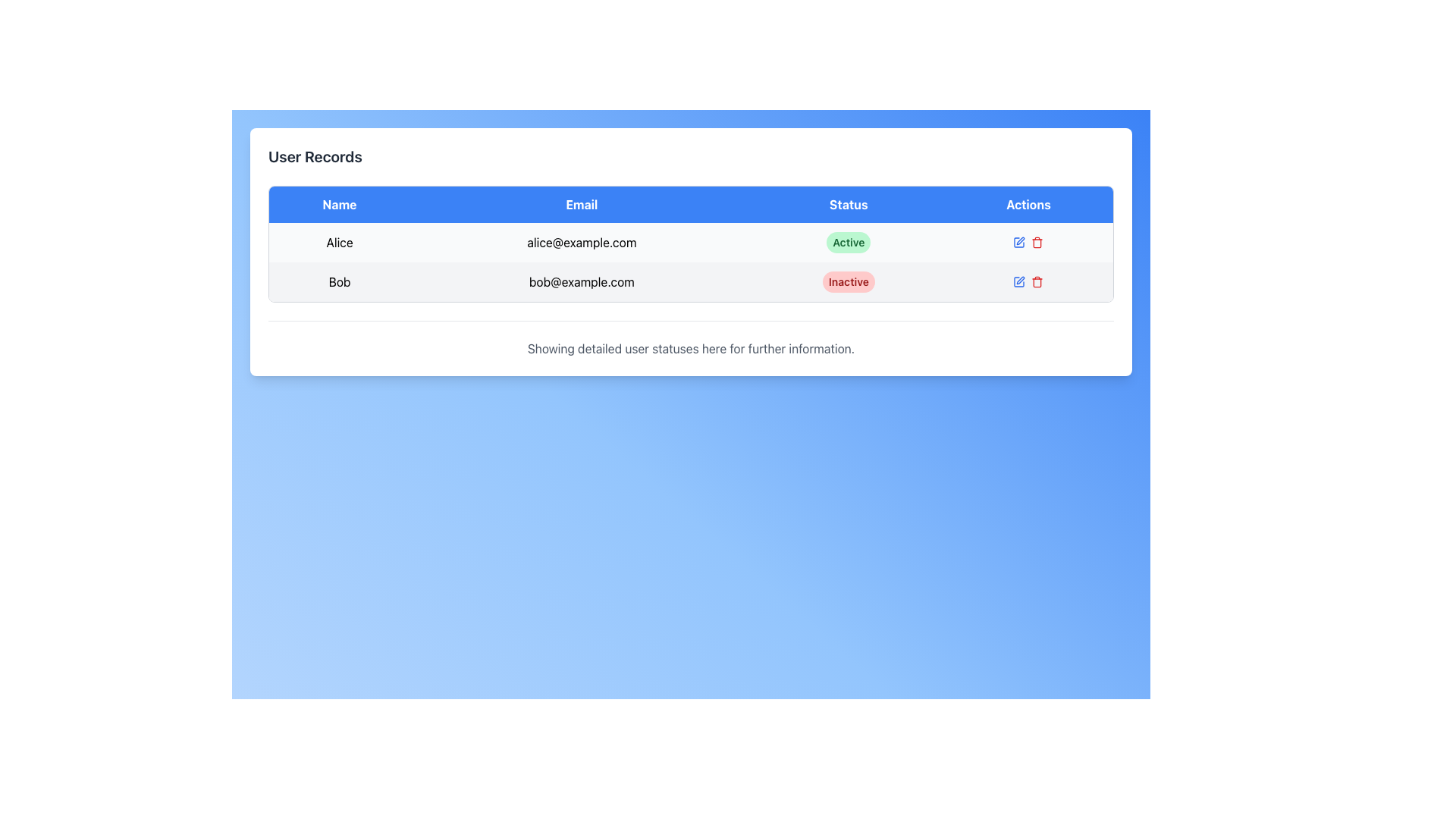  Describe the element at coordinates (848, 281) in the screenshot. I see `the Status label styled as an oval badge displaying 'Inactive' in bold red characters, located in the second row of the 'User Records' table, associated with the email 'bob@example.com'` at that location.